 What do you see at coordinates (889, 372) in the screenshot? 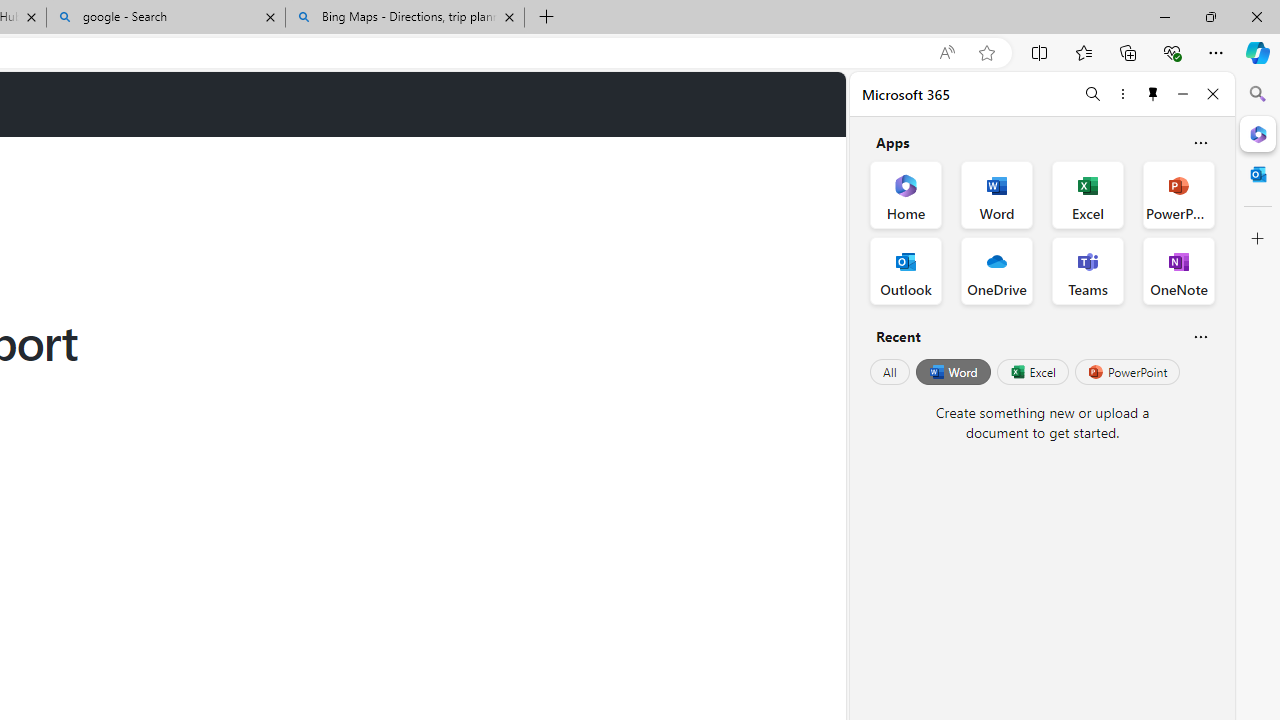
I see `'All'` at bounding box center [889, 372].